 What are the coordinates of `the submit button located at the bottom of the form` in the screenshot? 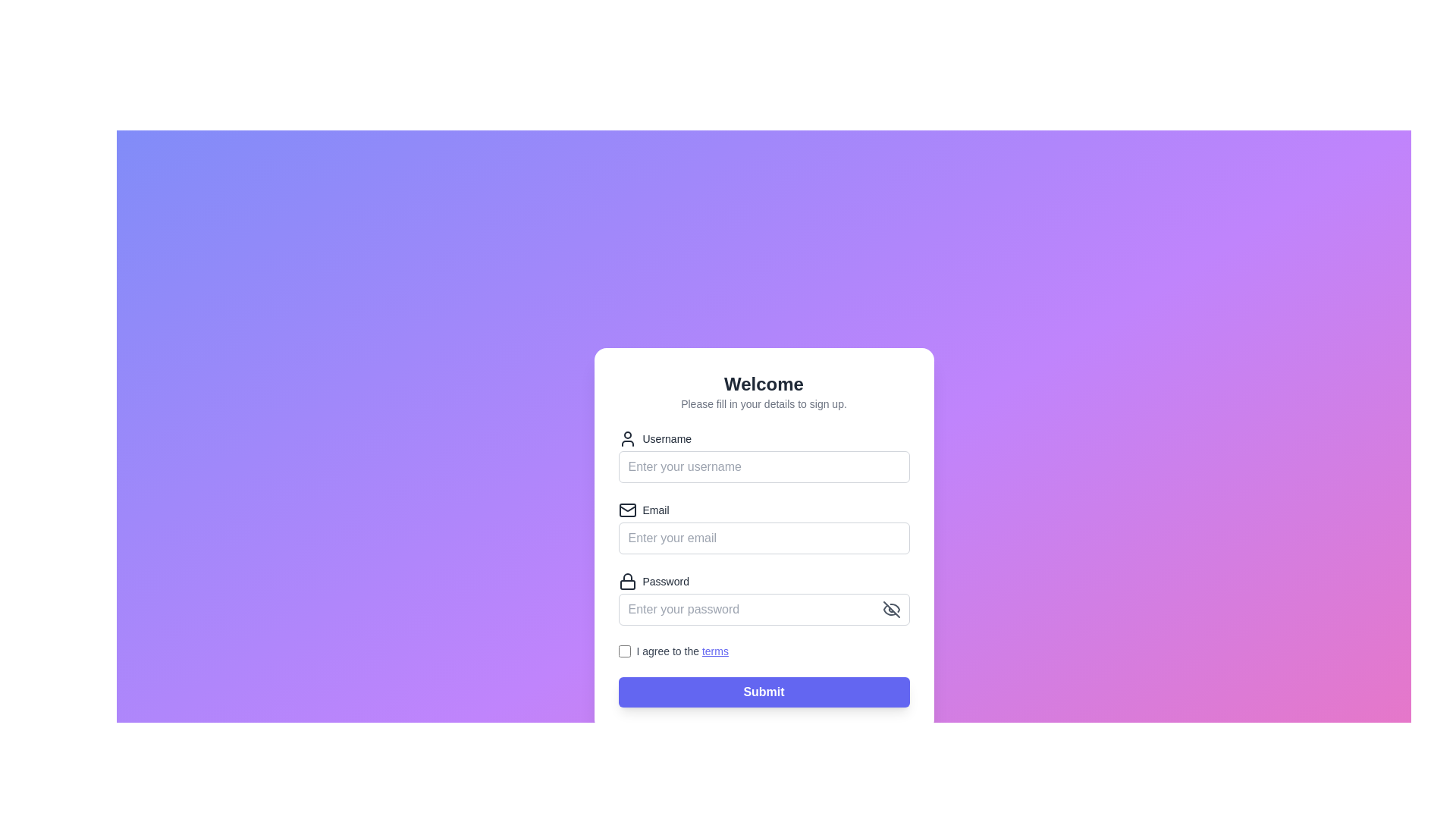 It's located at (764, 692).